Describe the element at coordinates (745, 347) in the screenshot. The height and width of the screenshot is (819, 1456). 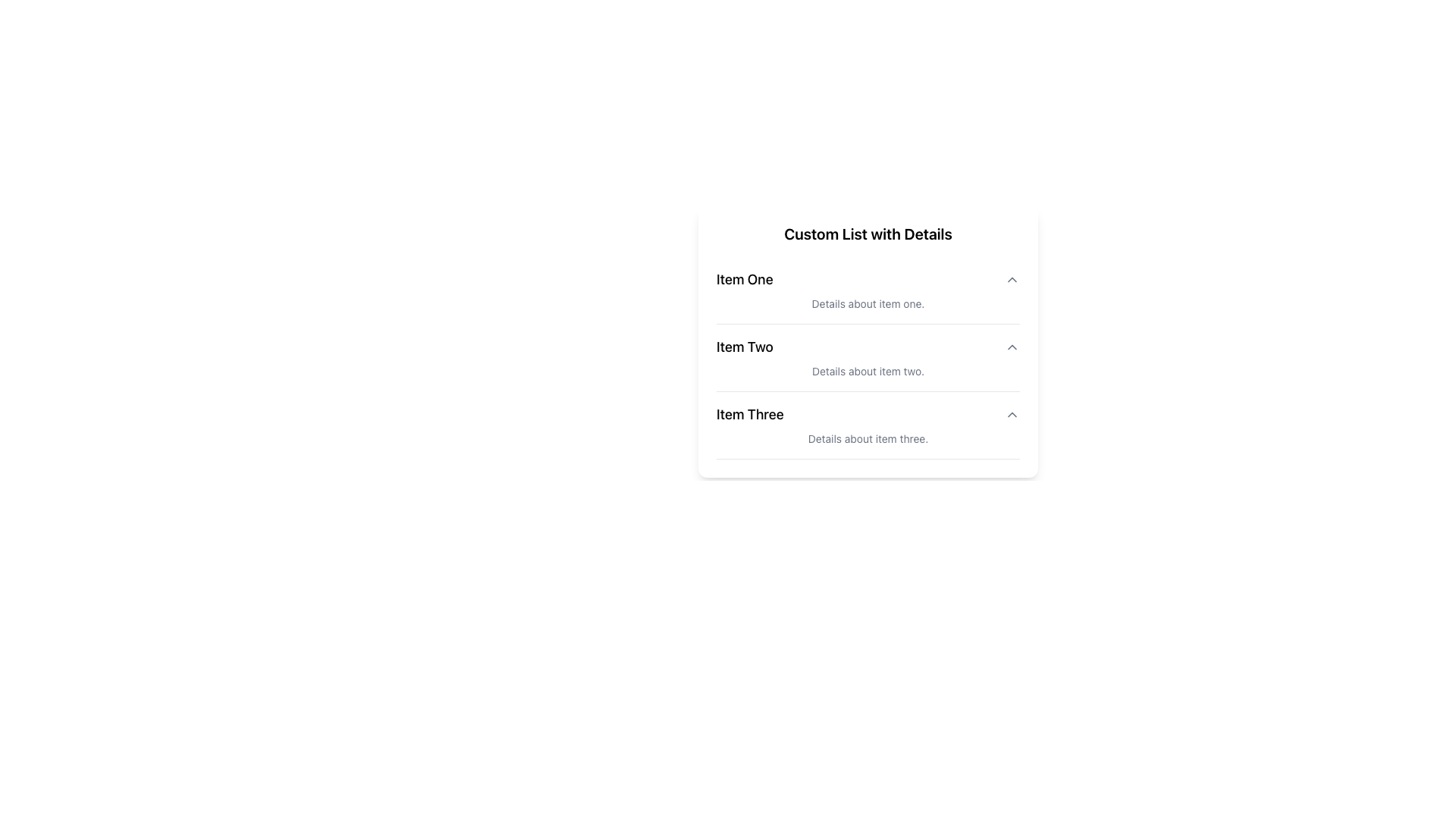
I see `text of the second item in the 'Custom List with Details', which is a Text Label positioned near the left margin of the central card` at that location.